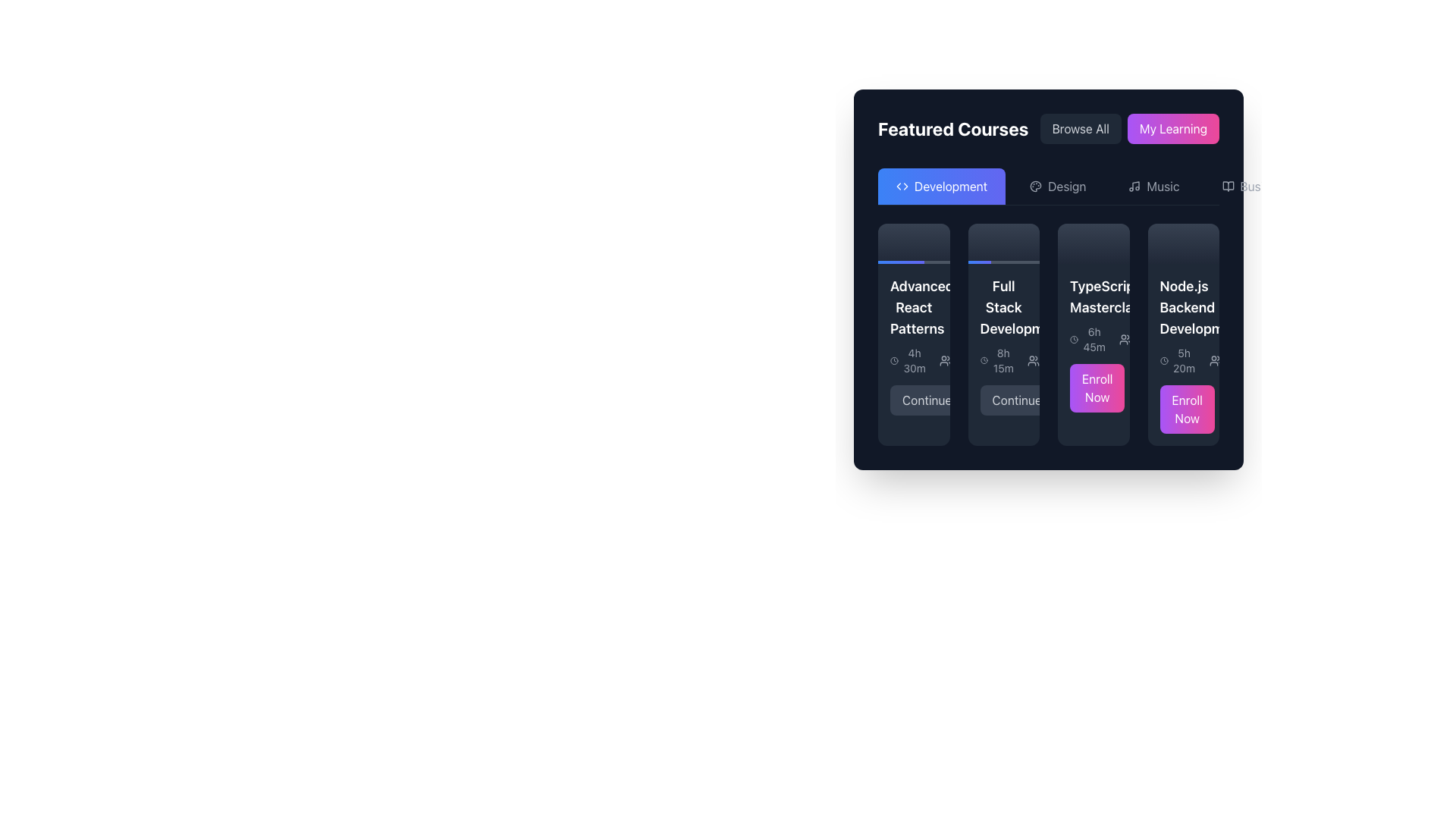  What do you see at coordinates (908, 361) in the screenshot?
I see `the text '4h 30m' with the gray clock icon located in the lower left quadrant of the 'Advanced React Patterns' card in the 'Development' tab of the 'Featured Courses' section` at bounding box center [908, 361].